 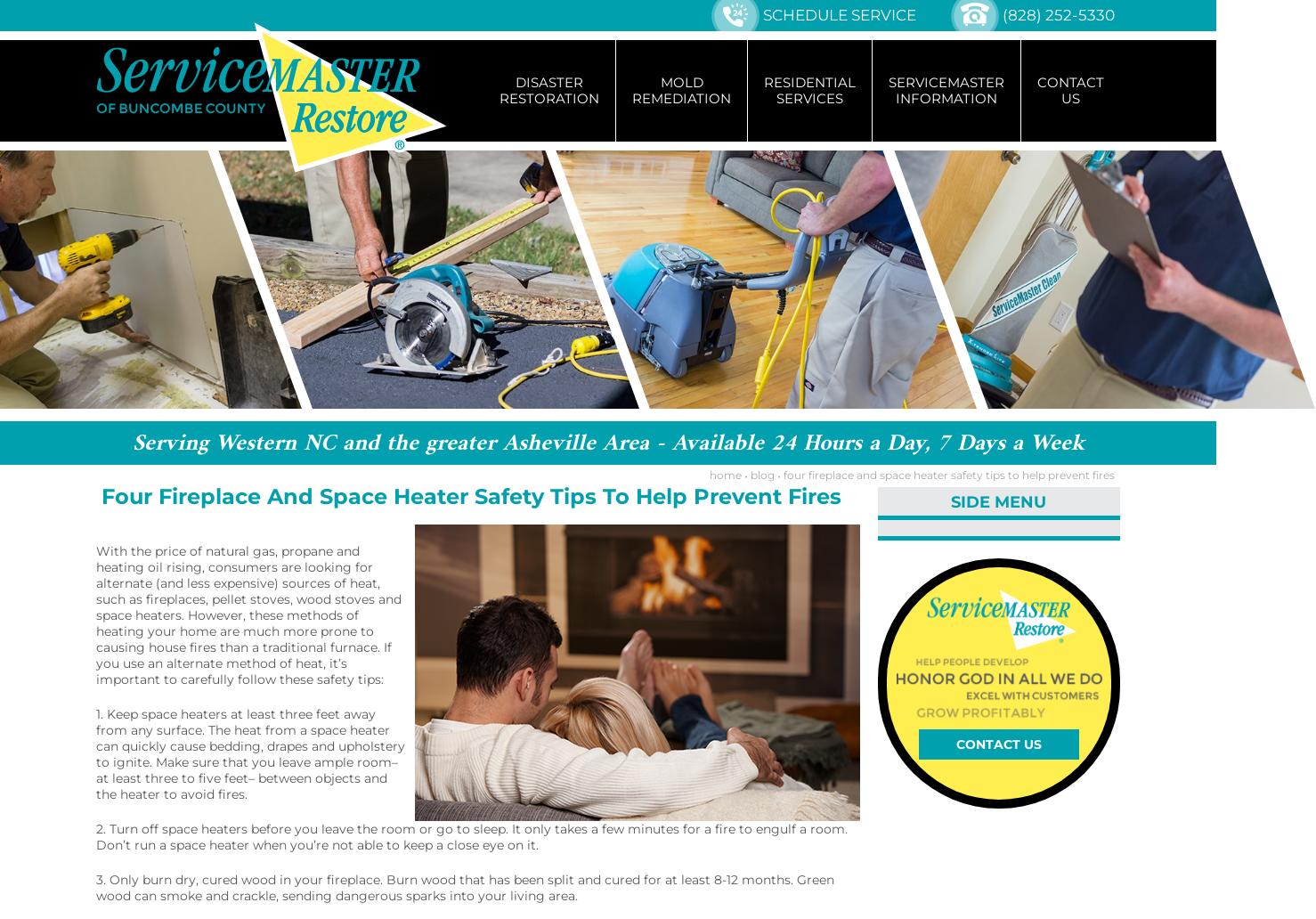 I want to click on '2. Turn off space heaters before you leave the room or go to sleep. It only takes a few minutes for a fire to engulf a room. Don’t run a space heater when you’re not able to keep a close eye on it.', so click(x=96, y=836).